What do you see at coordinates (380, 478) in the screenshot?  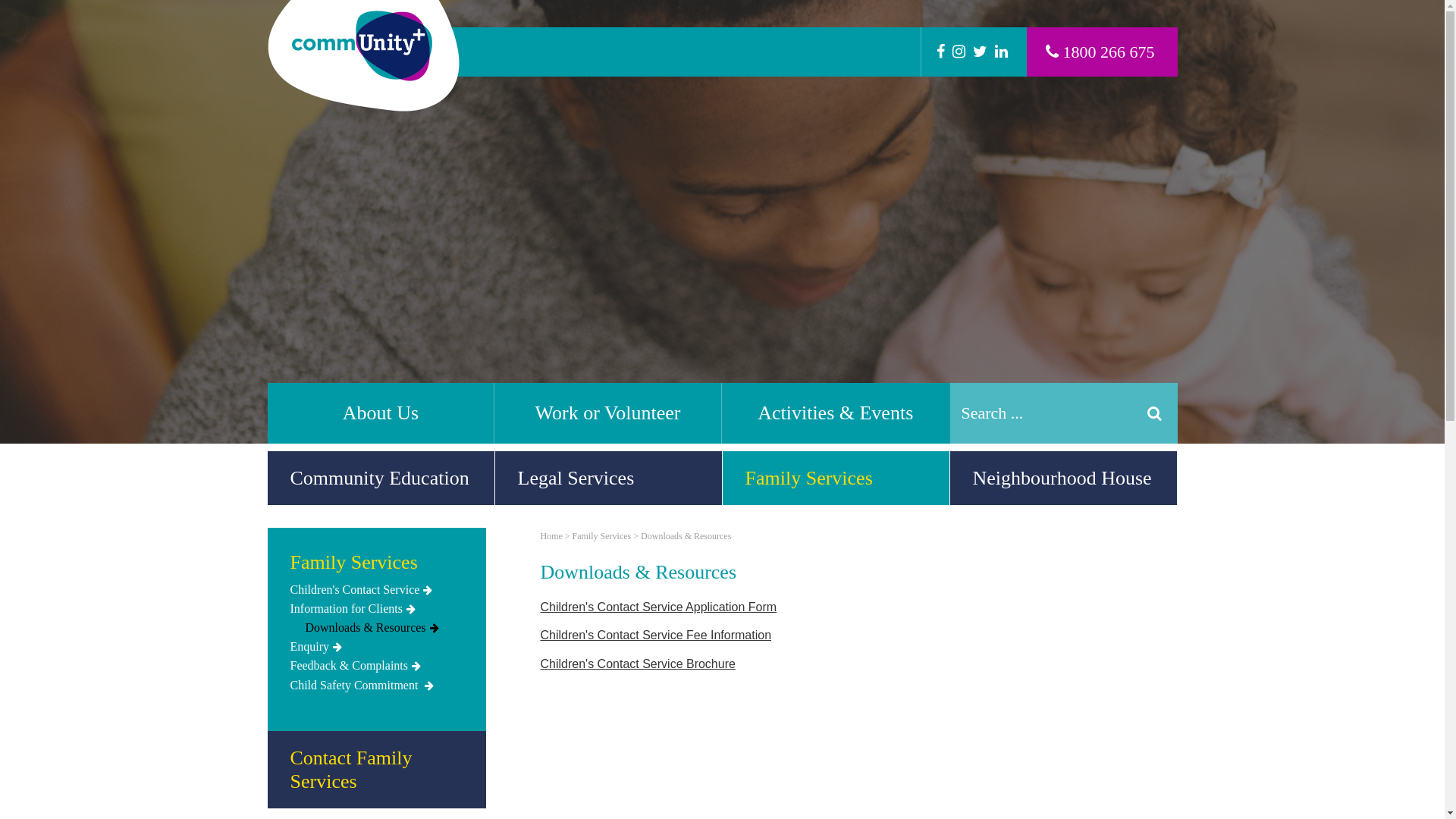 I see `'Community Education'` at bounding box center [380, 478].